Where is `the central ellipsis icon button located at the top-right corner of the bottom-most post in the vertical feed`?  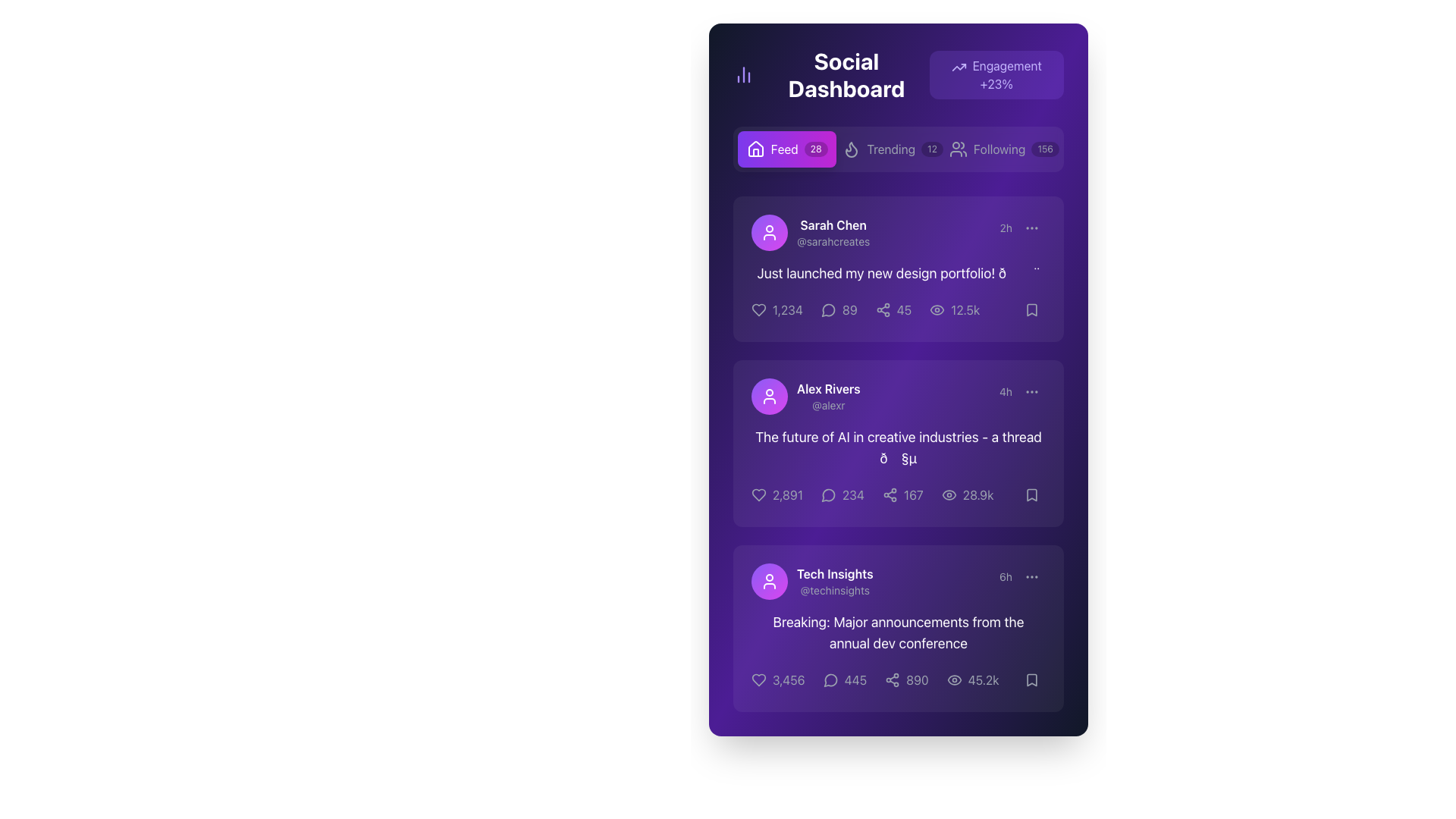
the central ellipsis icon button located at the top-right corner of the bottom-most post in the vertical feed is located at coordinates (1031, 576).